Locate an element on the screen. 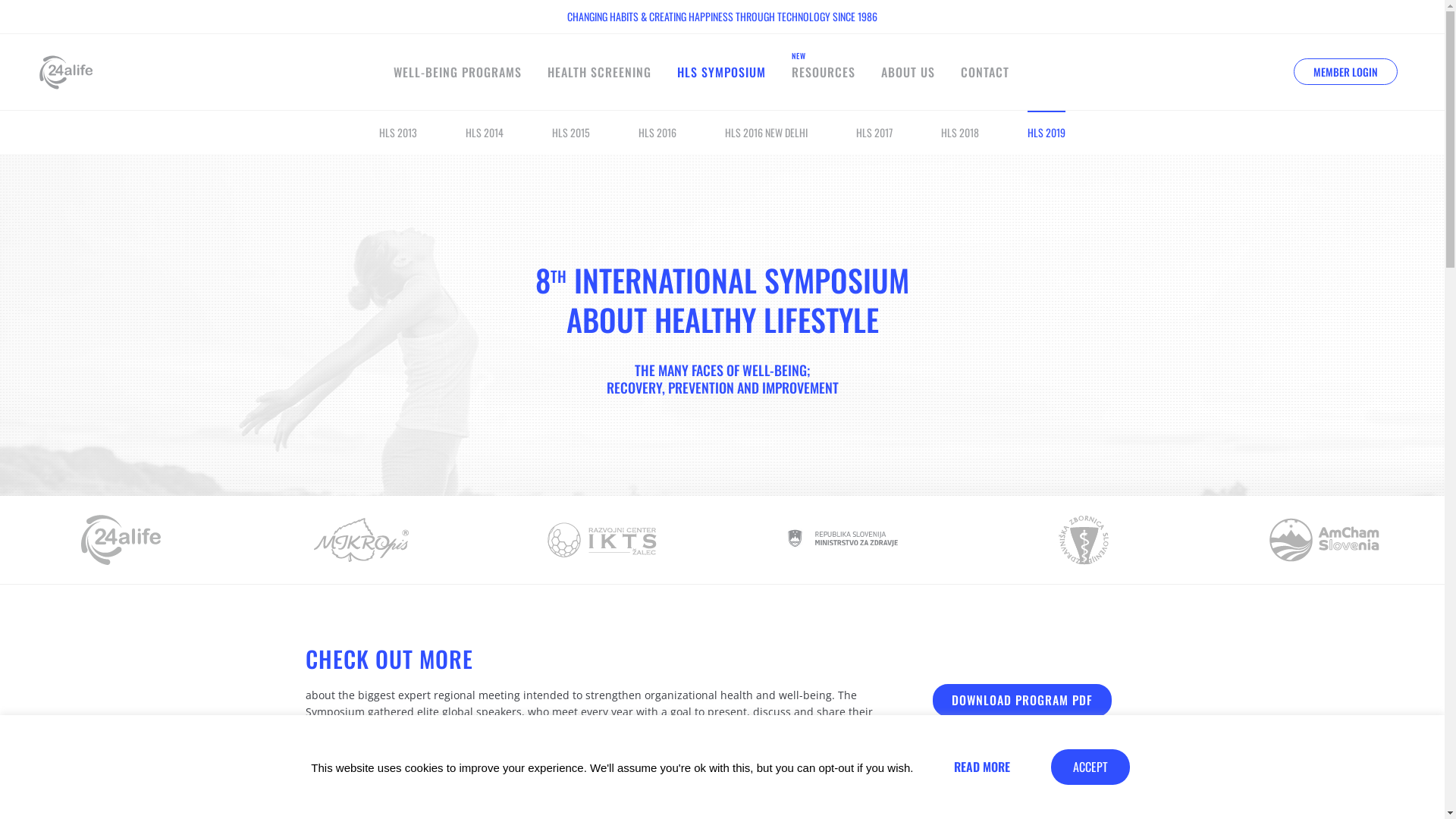 Image resolution: width=1456 pixels, height=819 pixels. 'HLS 2016' is located at coordinates (657, 131).